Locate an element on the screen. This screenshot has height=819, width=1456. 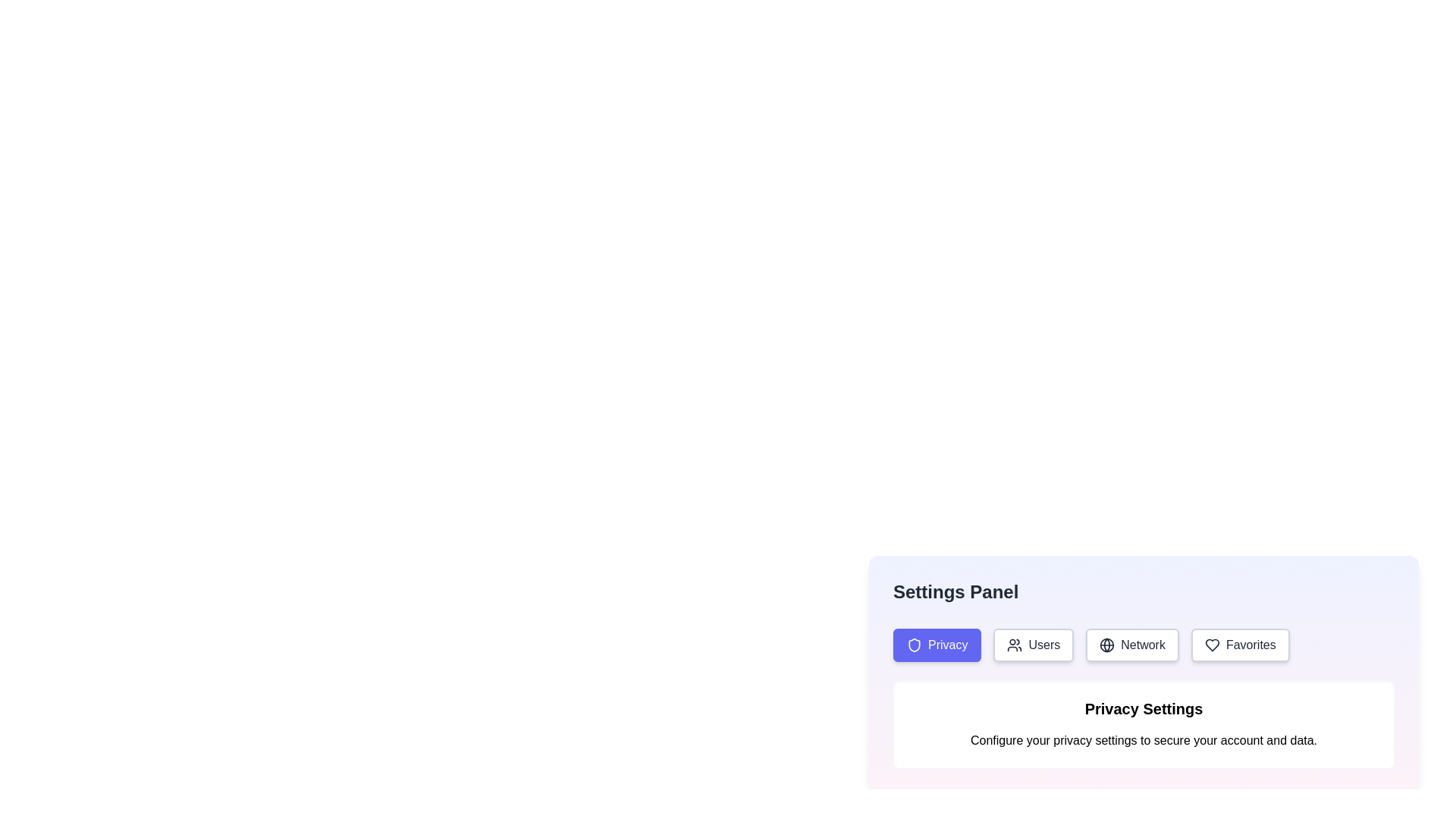
the 'Network' icon located within the rounded rectangular button in the settings menu, which is the first visual component preceding the text is located at coordinates (1107, 645).